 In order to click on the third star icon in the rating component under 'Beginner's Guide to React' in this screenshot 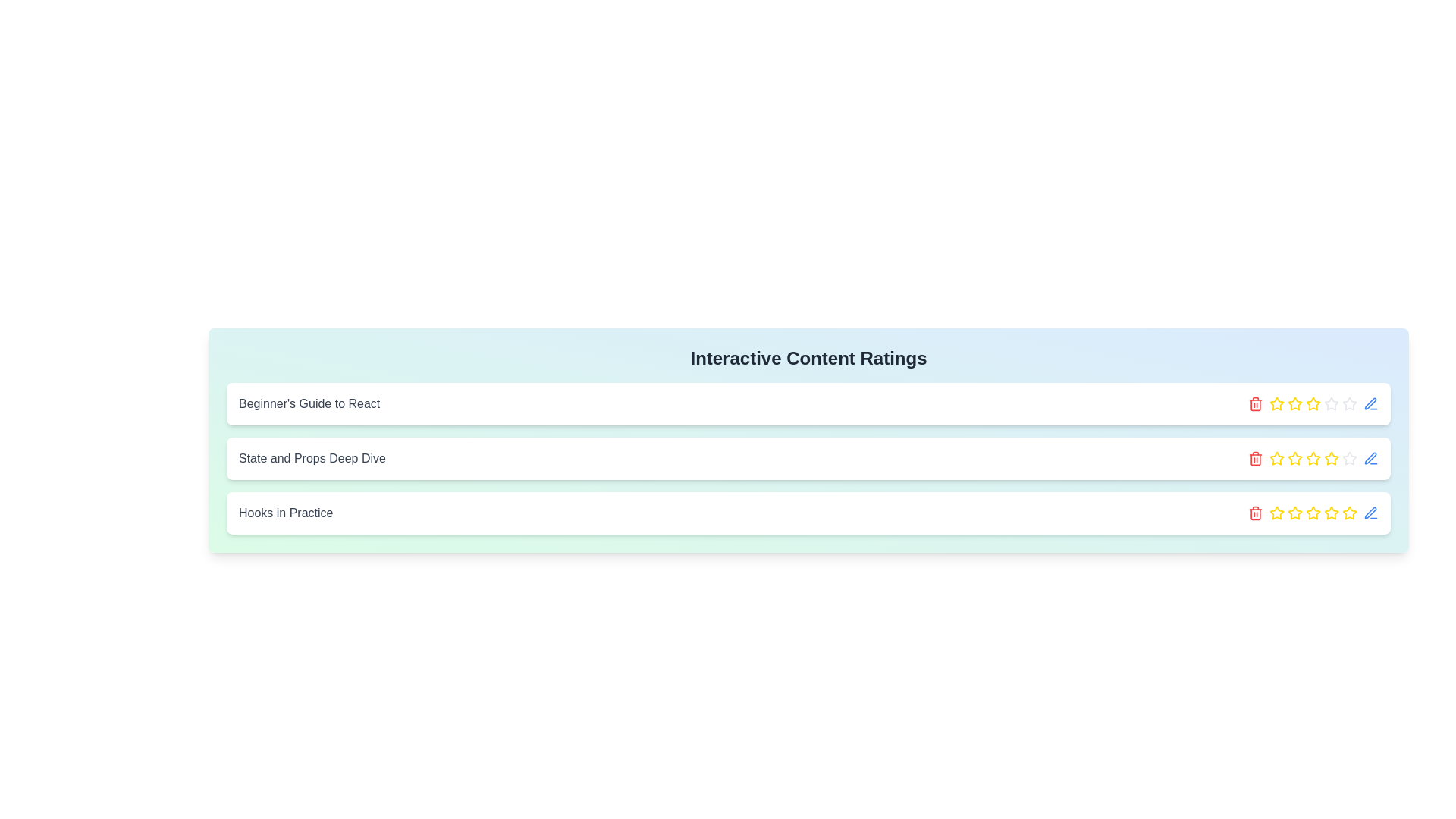, I will do `click(1313, 403)`.